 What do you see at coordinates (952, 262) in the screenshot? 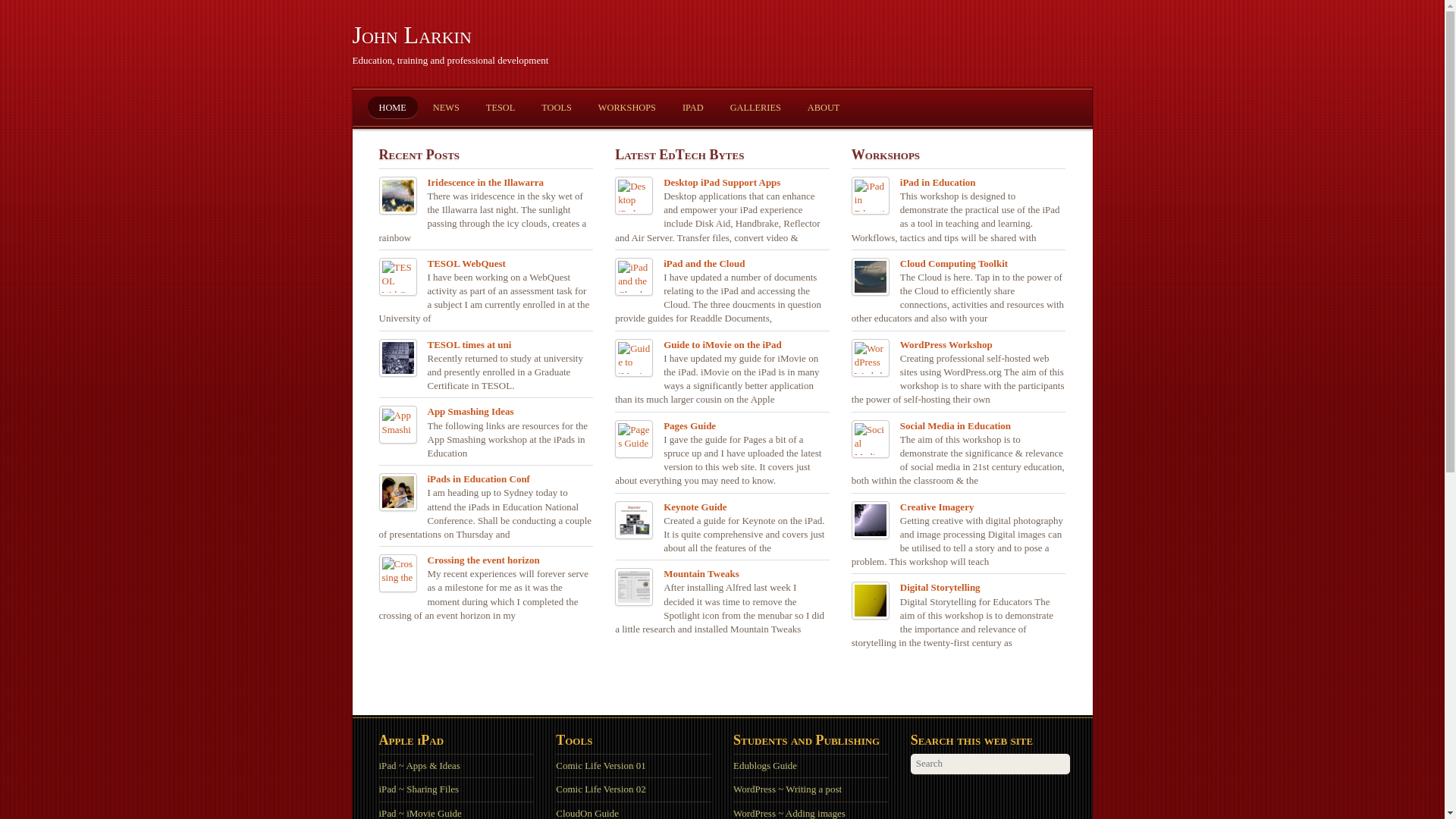
I see `'Cloud Computing Toolkit'` at bounding box center [952, 262].